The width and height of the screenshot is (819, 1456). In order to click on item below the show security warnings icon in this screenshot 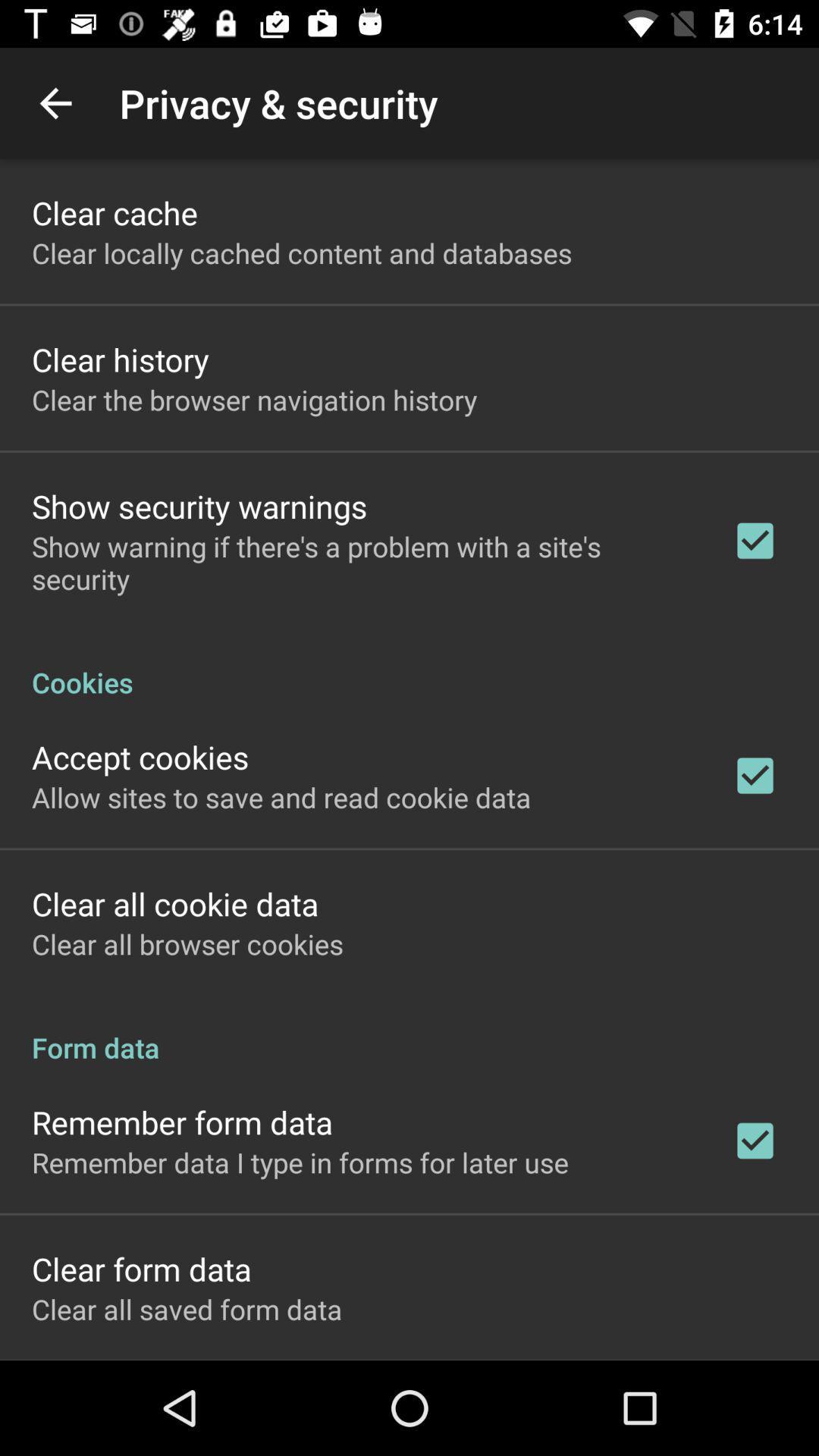, I will do `click(362, 562)`.